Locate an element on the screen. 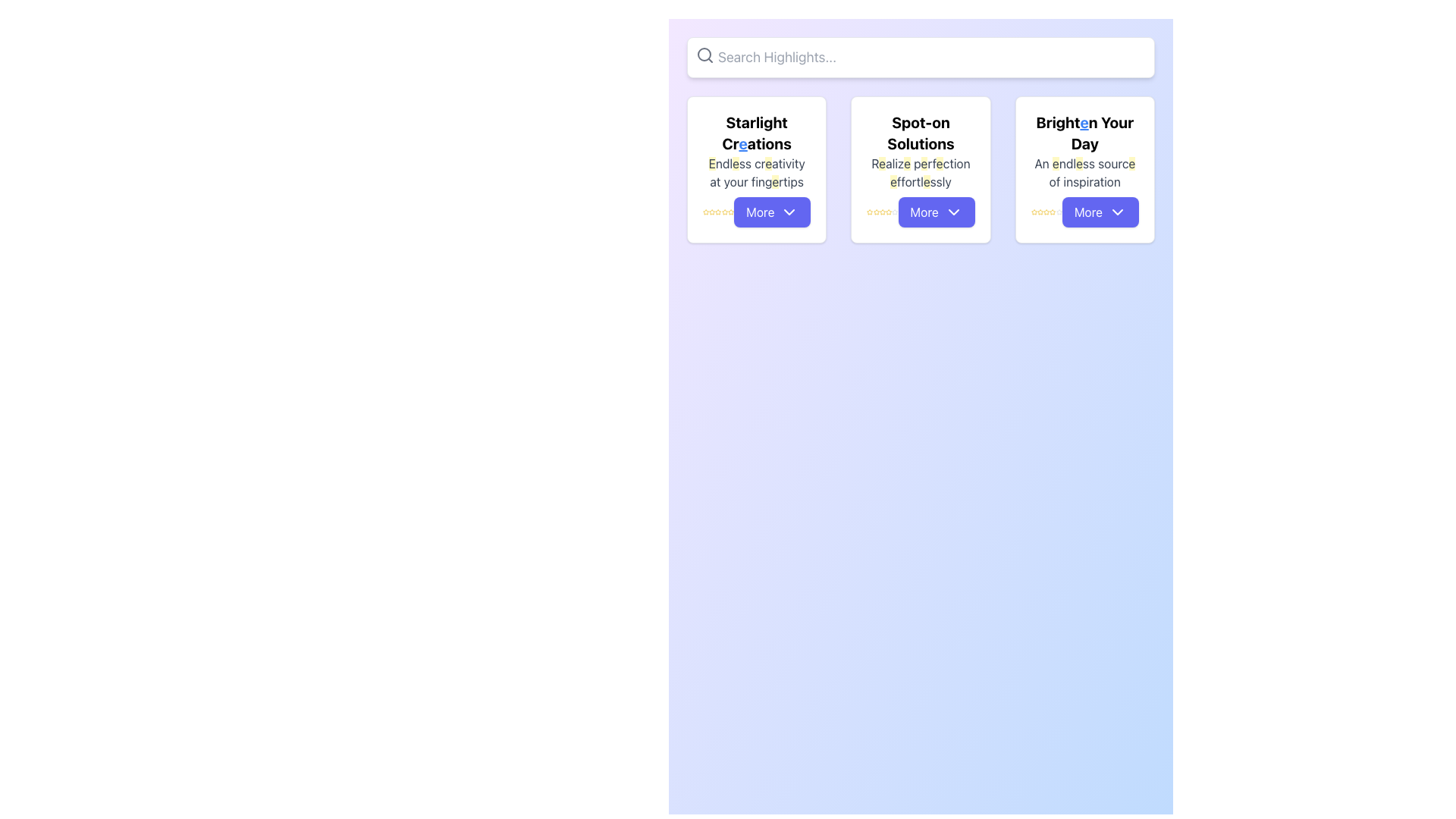 The width and height of the screenshot is (1456, 819). the yellow-highlighted lowercase letter 'e' in the text 'Realize perfection effortlessly' within the 'Spot-on Solutions' card, which is styled with a bold font and is distinct due to its yellow background is located at coordinates (923, 164).